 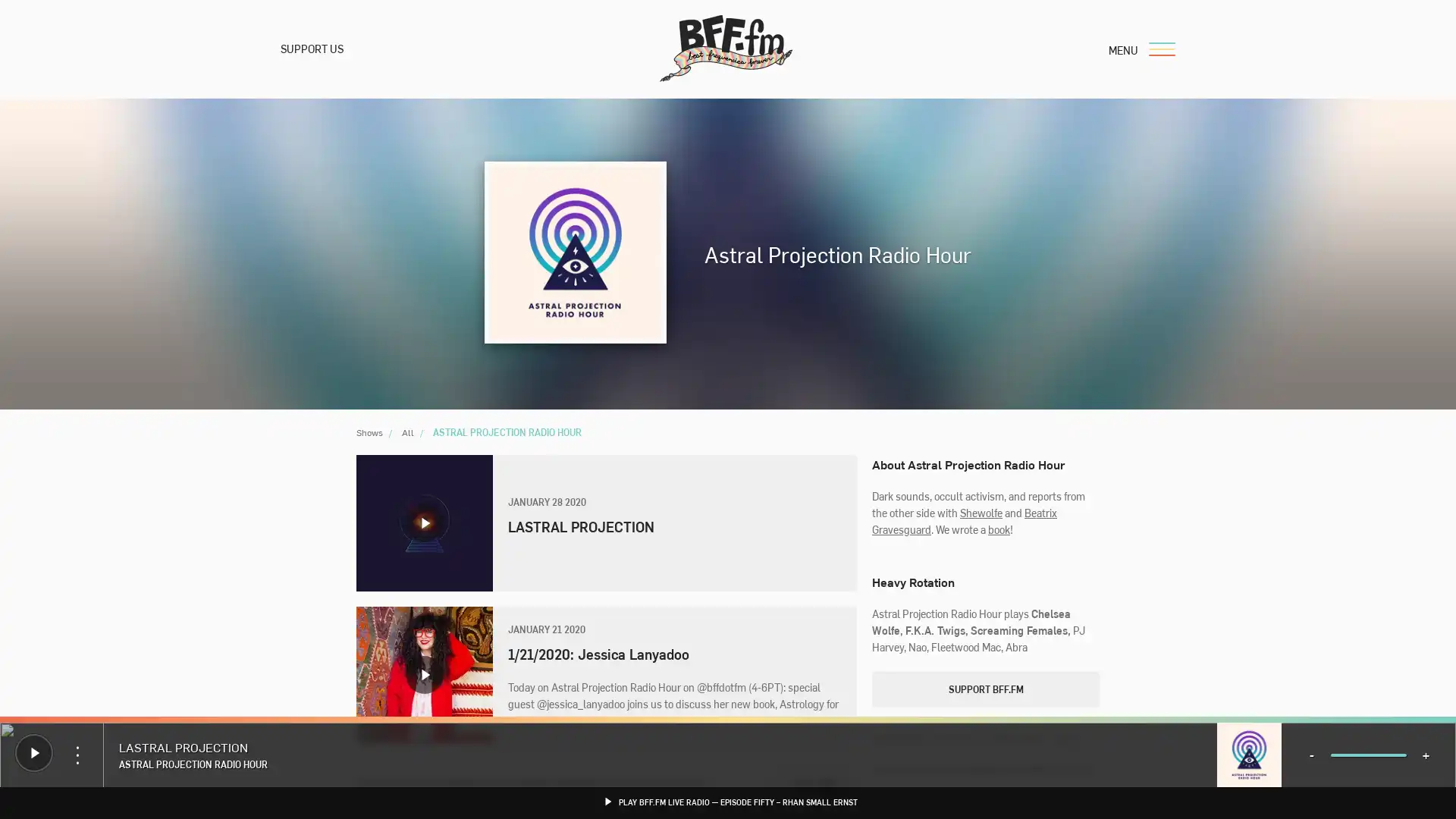 What do you see at coordinates (1310, 755) in the screenshot?
I see `- Volume Down` at bounding box center [1310, 755].